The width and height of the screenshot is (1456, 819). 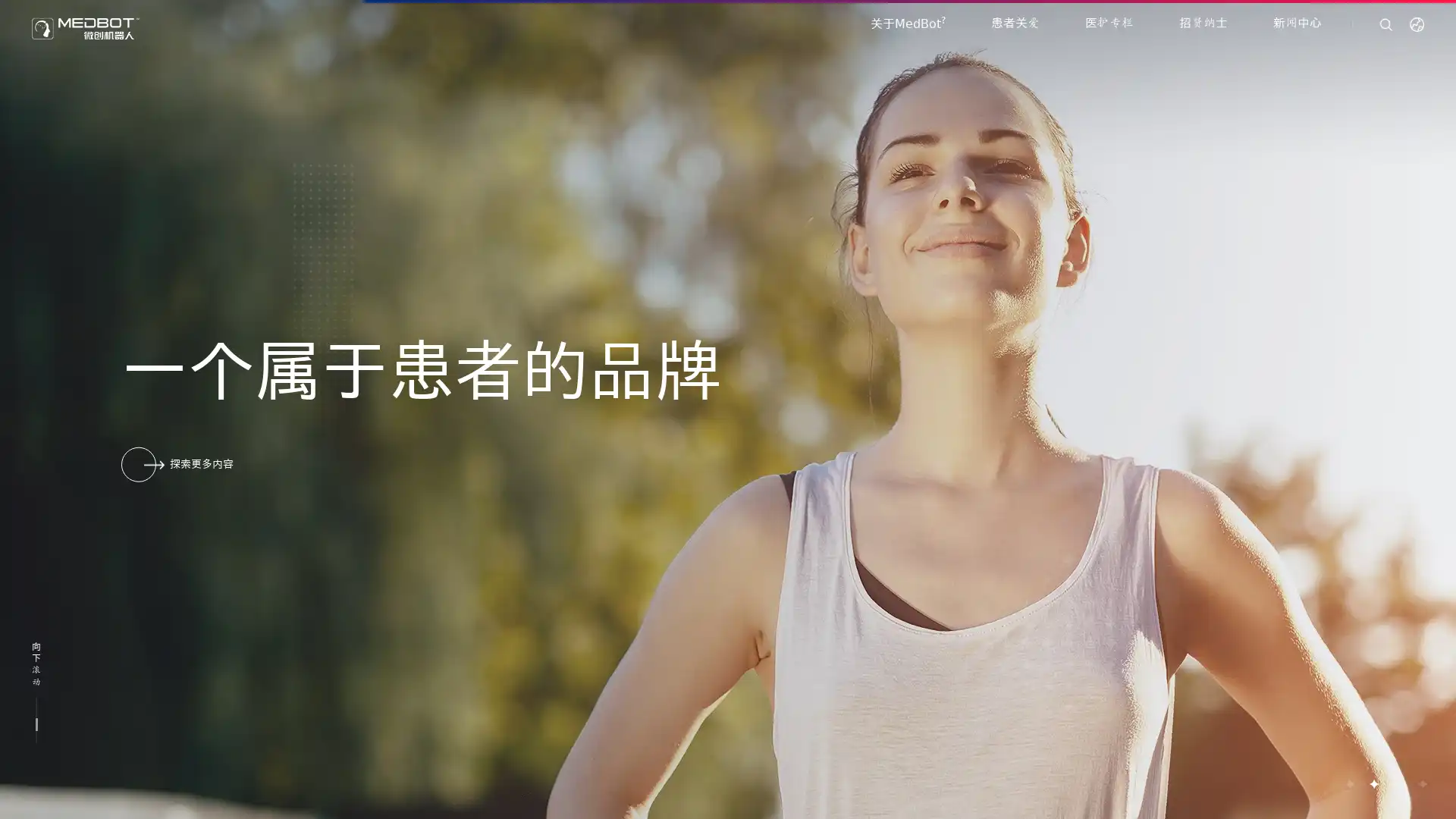 What do you see at coordinates (1397, 783) in the screenshot?
I see `Go to slide 3` at bounding box center [1397, 783].